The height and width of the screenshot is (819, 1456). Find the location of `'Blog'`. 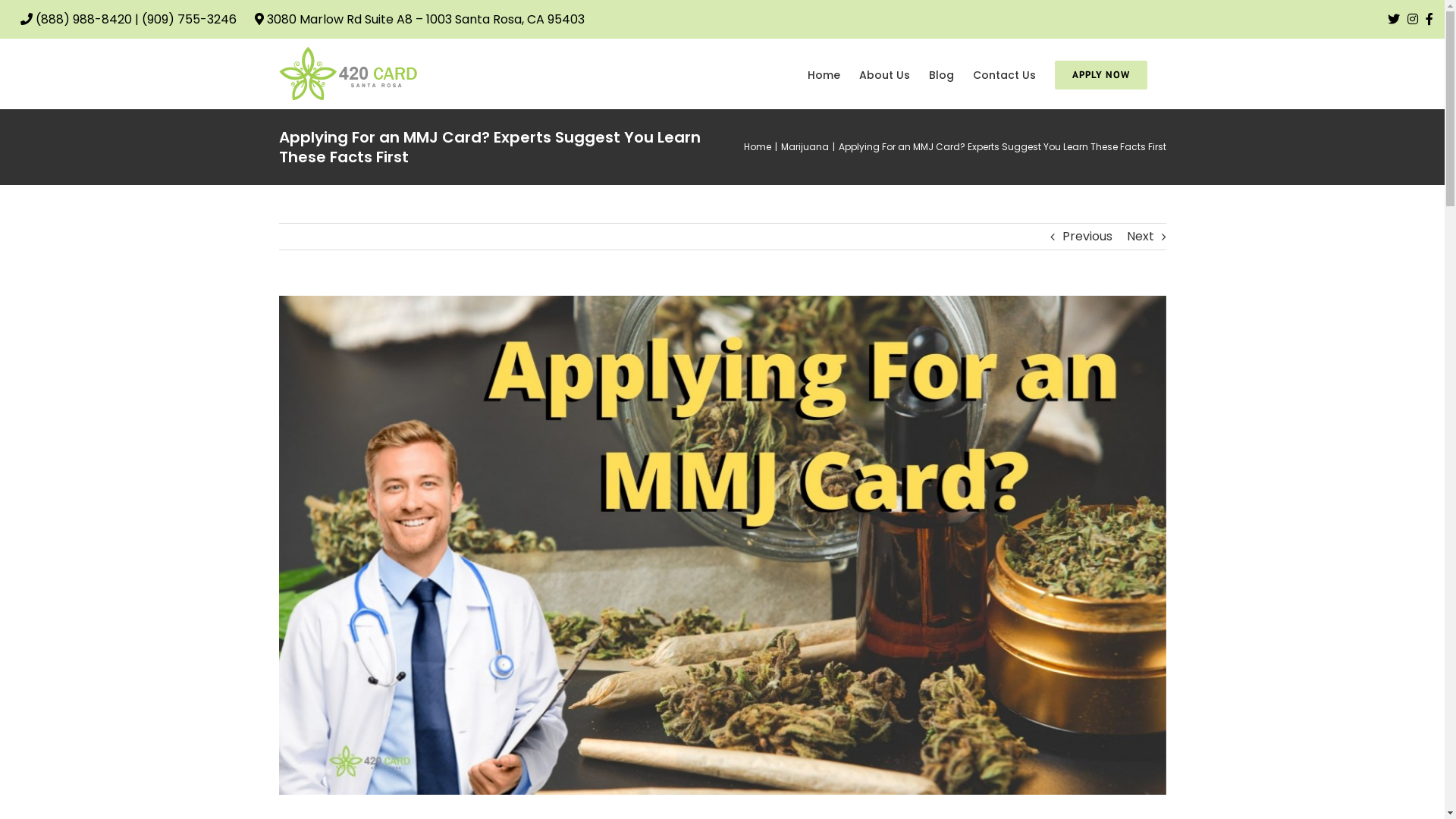

'Blog' is located at coordinates (927, 74).